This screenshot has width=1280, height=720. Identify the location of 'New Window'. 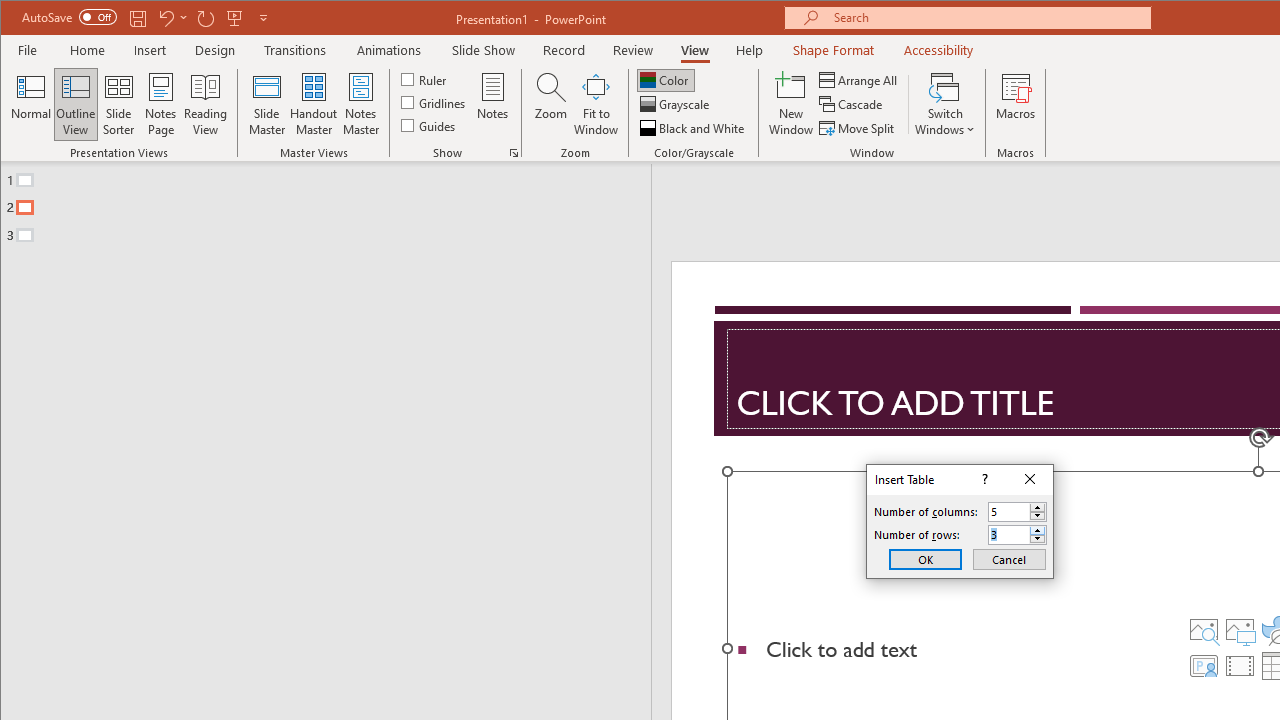
(790, 104).